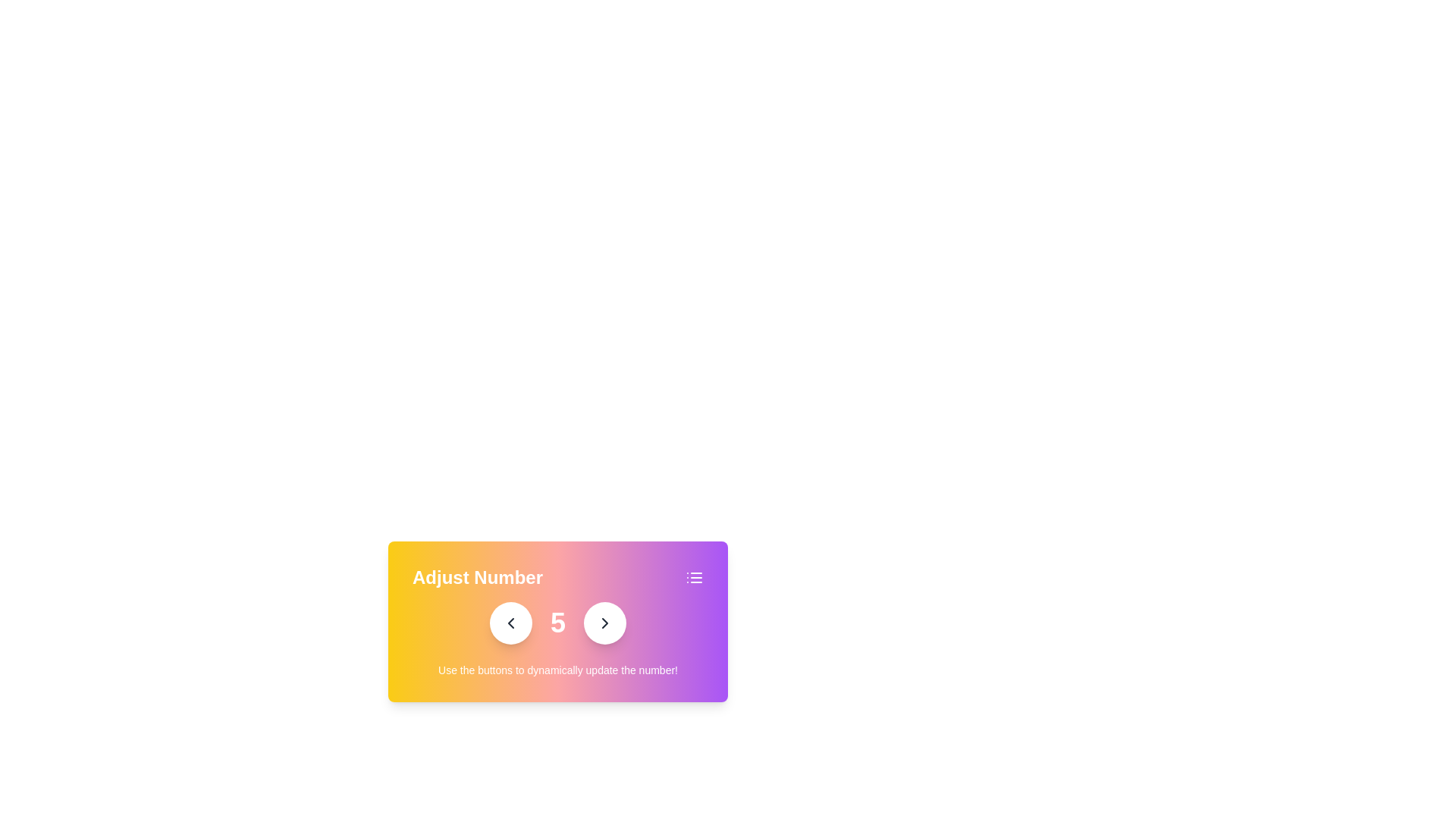 This screenshot has height=819, width=1456. I want to click on the leftmost button to decrement the displayed number, located to the left of the numeric value '5' in the number adjustment interface, so click(510, 623).